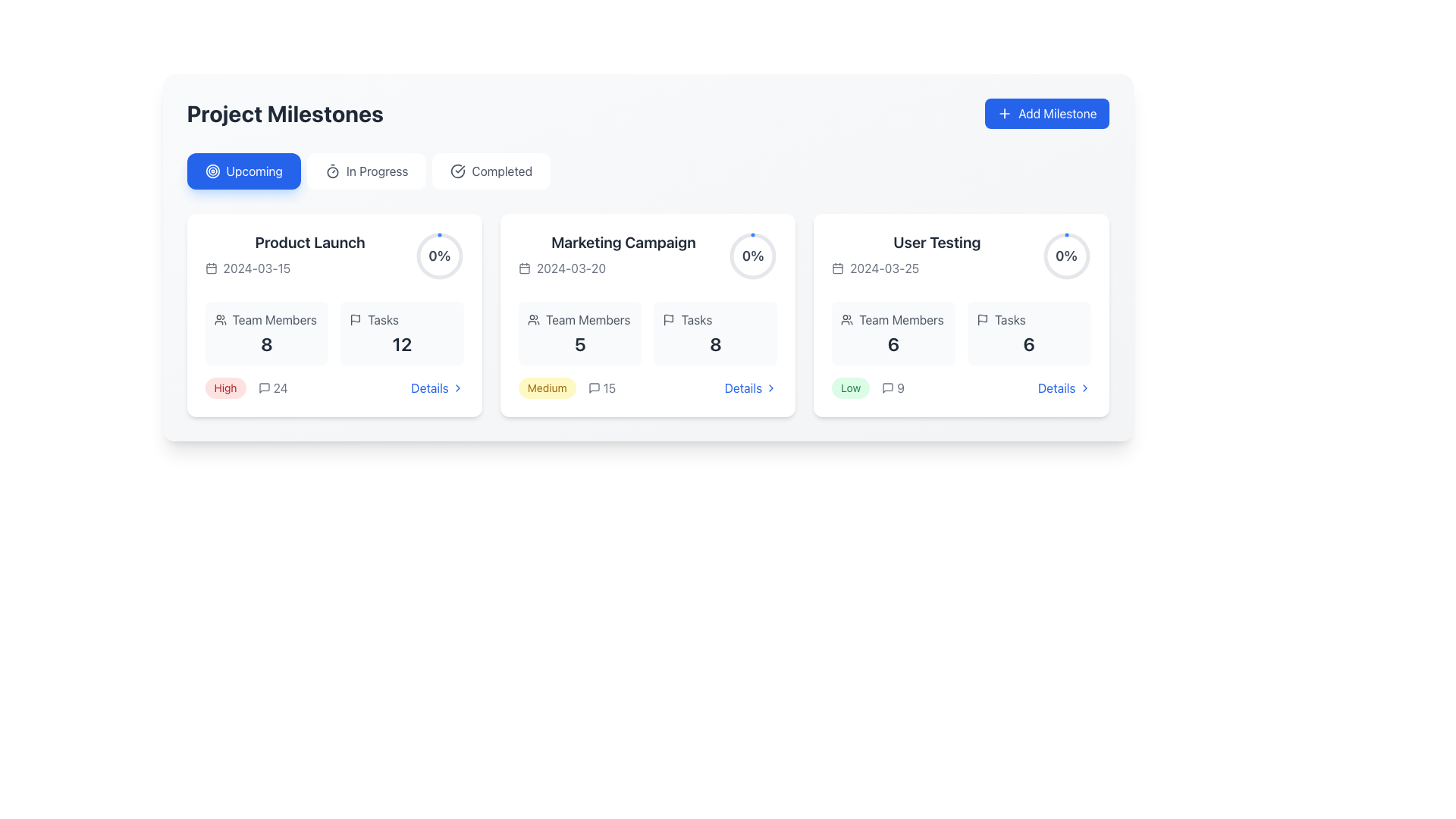  I want to click on the Information card section that summarizes a project milestone, displaying its title, due date, and progress, located in the first card of the milestone list under the 'Upcoming' tab, so click(334, 256).